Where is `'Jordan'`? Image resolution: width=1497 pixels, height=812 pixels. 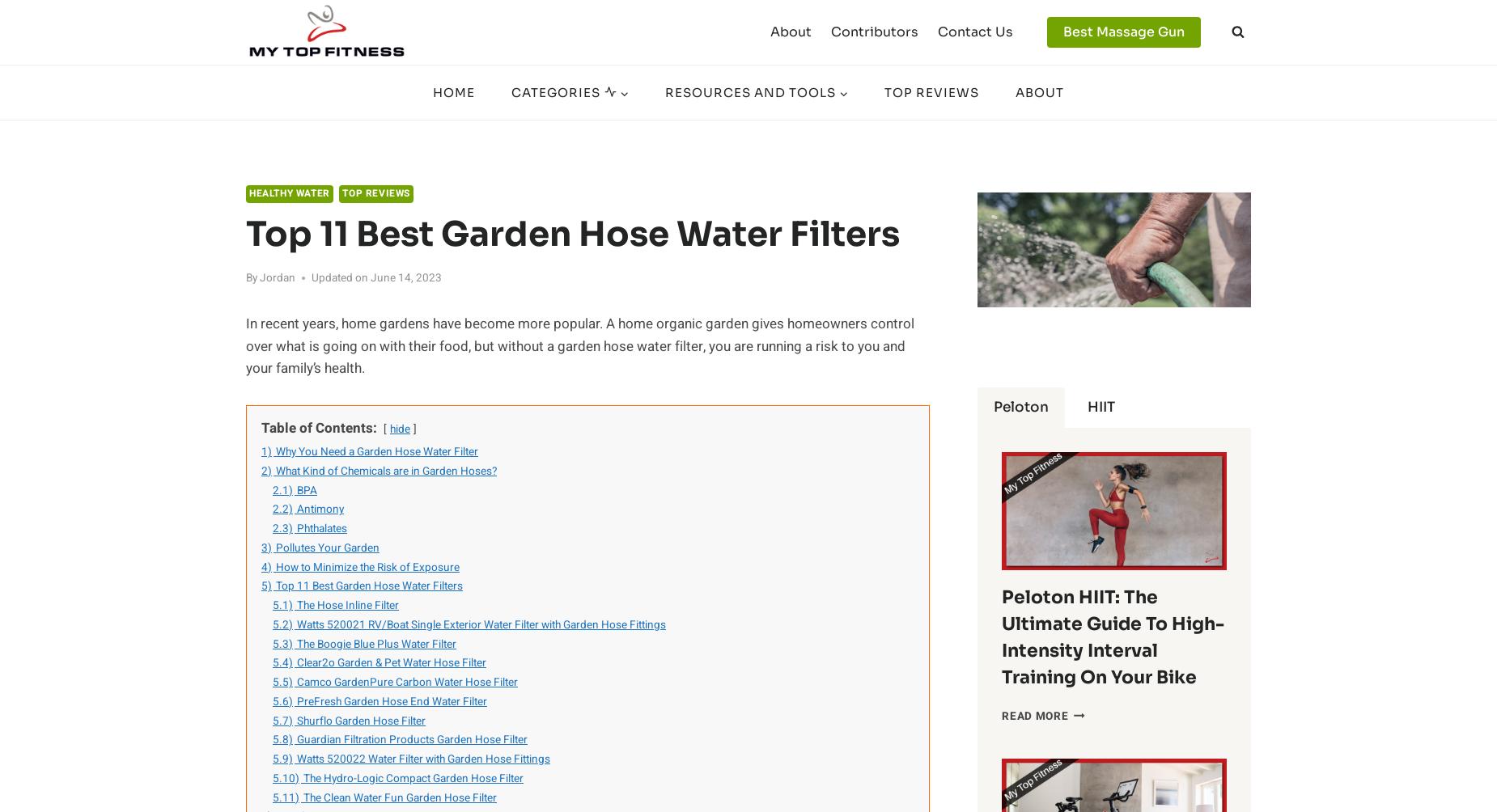
'Jordan' is located at coordinates (276, 277).